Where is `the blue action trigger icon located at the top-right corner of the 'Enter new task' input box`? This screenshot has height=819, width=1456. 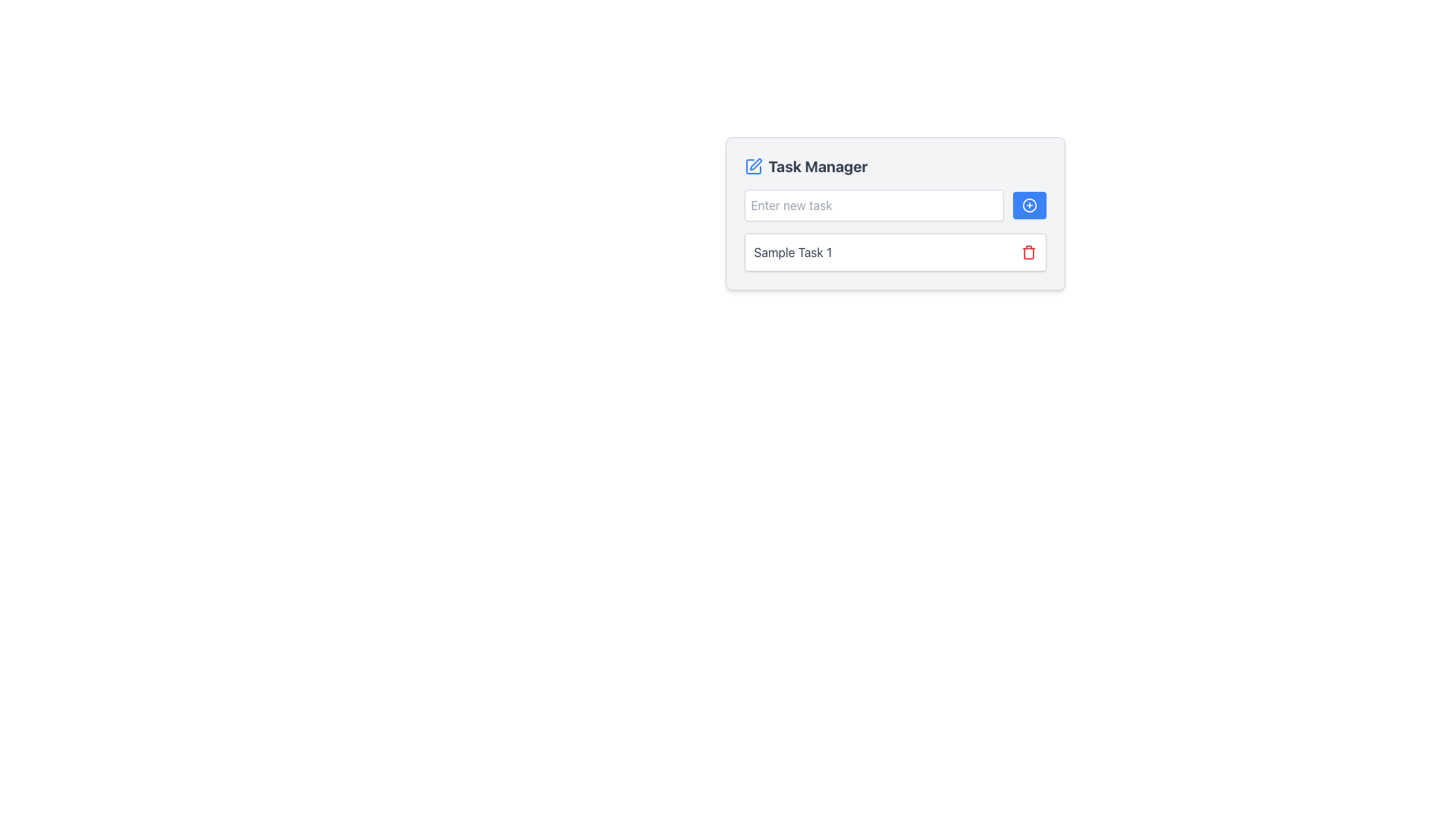 the blue action trigger icon located at the top-right corner of the 'Enter new task' input box is located at coordinates (1029, 205).